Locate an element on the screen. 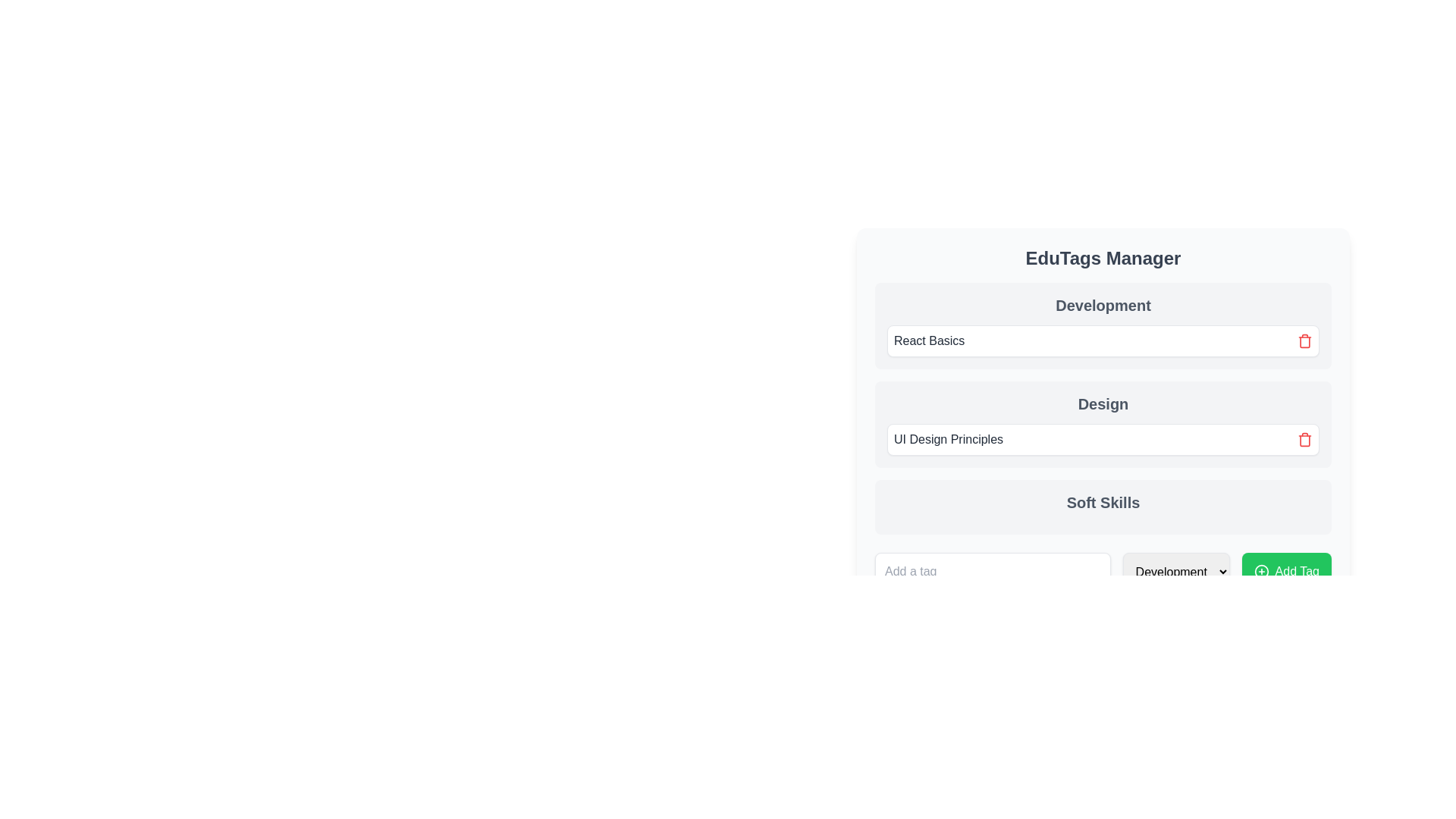  the circular outline of the '+' icon located in the bottom right corner of the interface is located at coordinates (1261, 571).